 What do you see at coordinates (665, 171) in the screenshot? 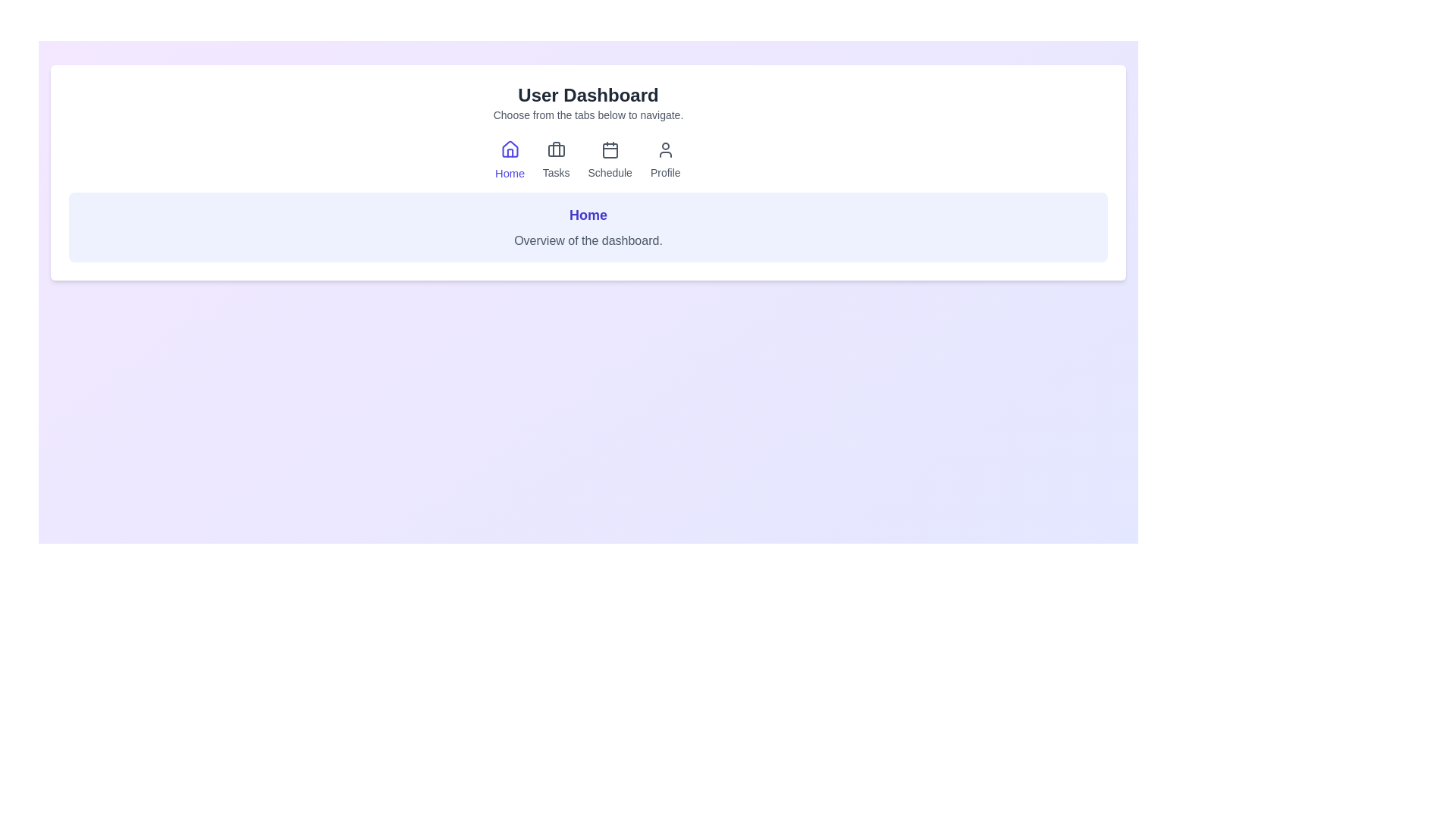
I see `the 'Profile' text label in the top-center navigation bar, which serves as a caption for the Profile section of the application` at bounding box center [665, 171].